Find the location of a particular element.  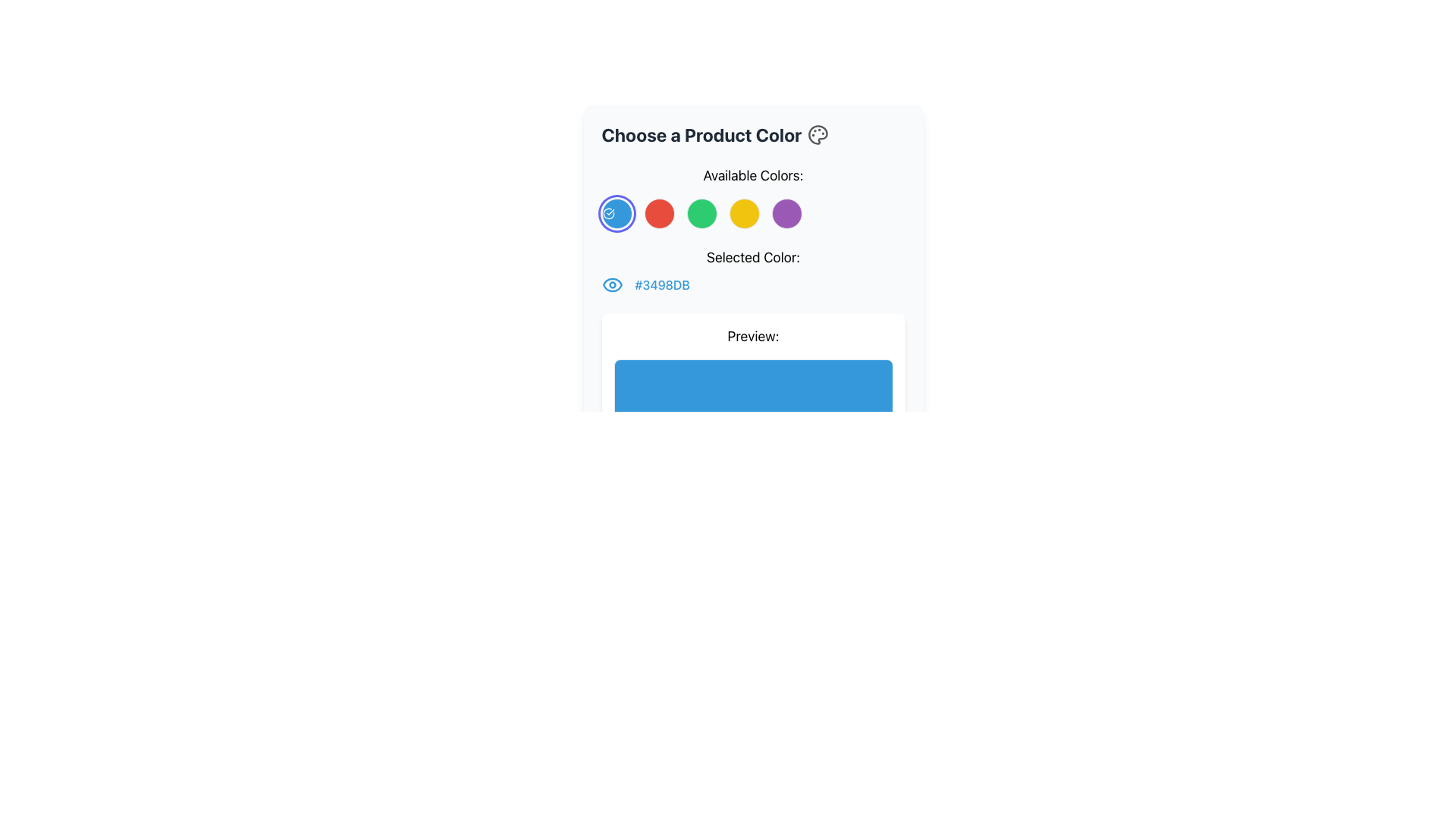

the static text displaying the currently selected color in hexadecimal code format, located in the 'Selected Color' section, to the right of the eye icon is located at coordinates (662, 284).